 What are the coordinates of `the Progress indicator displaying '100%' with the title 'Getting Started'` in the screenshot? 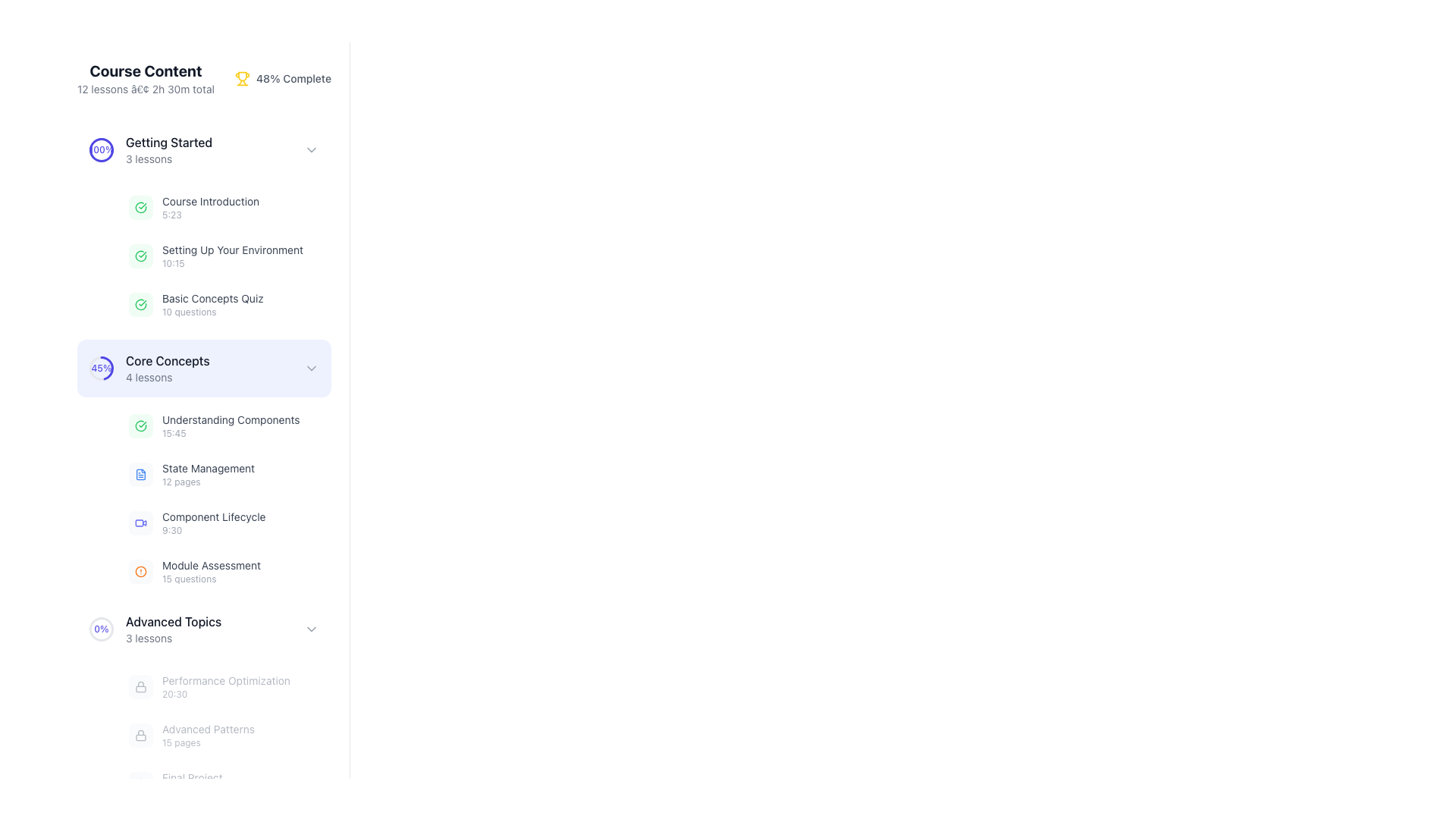 It's located at (150, 149).